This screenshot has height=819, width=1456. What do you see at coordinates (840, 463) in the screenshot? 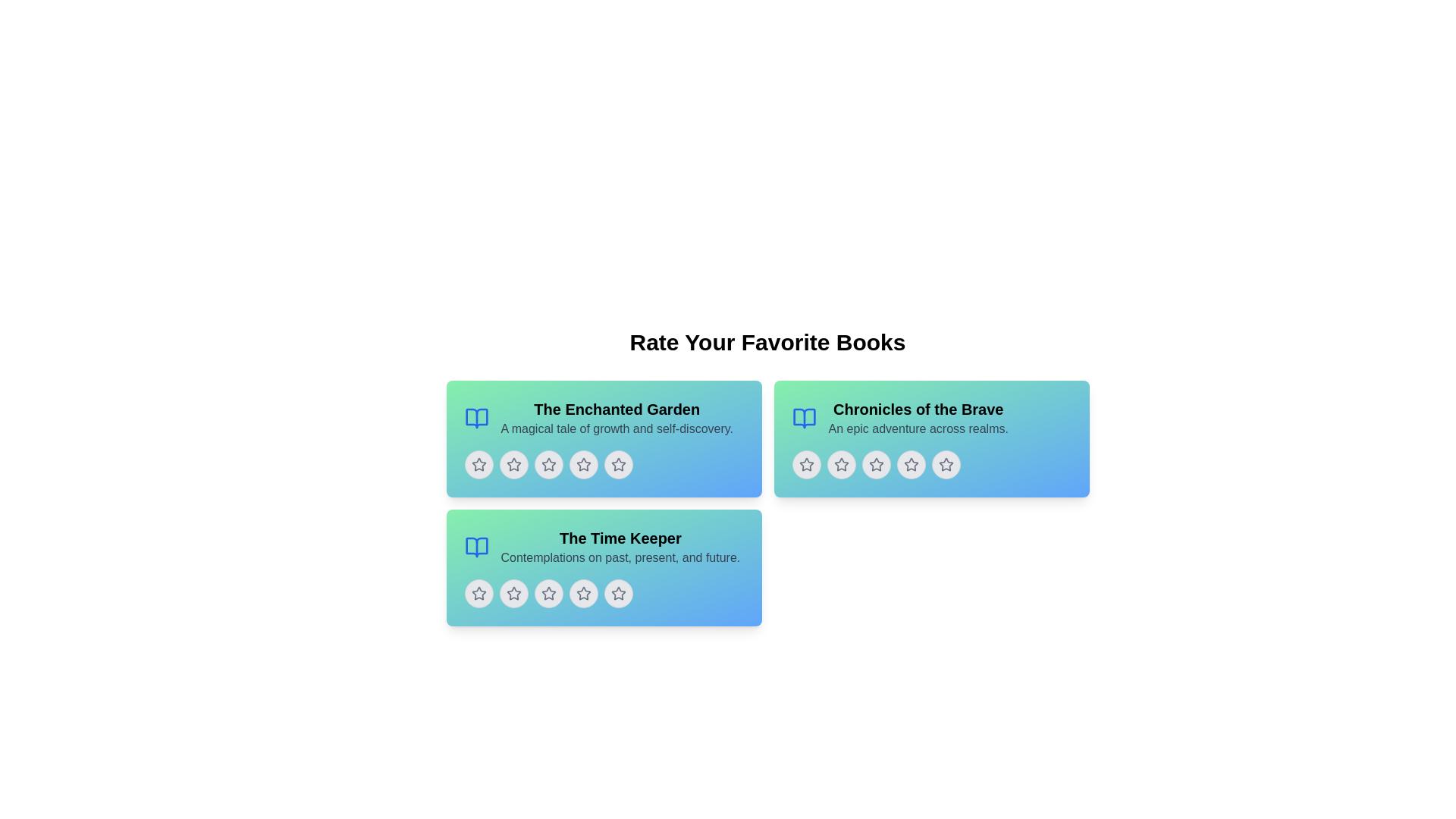
I see `the second star icon` at bounding box center [840, 463].